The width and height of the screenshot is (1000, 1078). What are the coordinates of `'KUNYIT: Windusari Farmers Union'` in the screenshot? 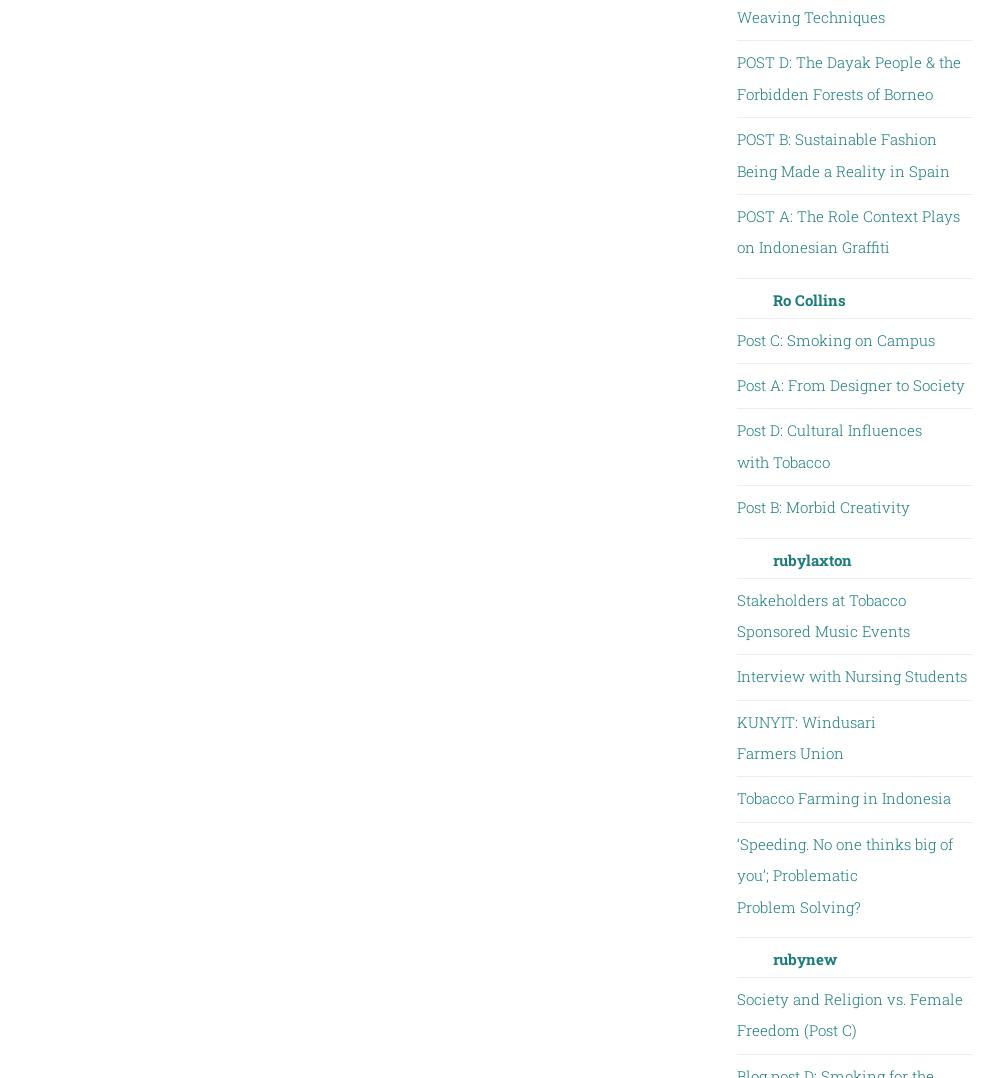 It's located at (735, 737).